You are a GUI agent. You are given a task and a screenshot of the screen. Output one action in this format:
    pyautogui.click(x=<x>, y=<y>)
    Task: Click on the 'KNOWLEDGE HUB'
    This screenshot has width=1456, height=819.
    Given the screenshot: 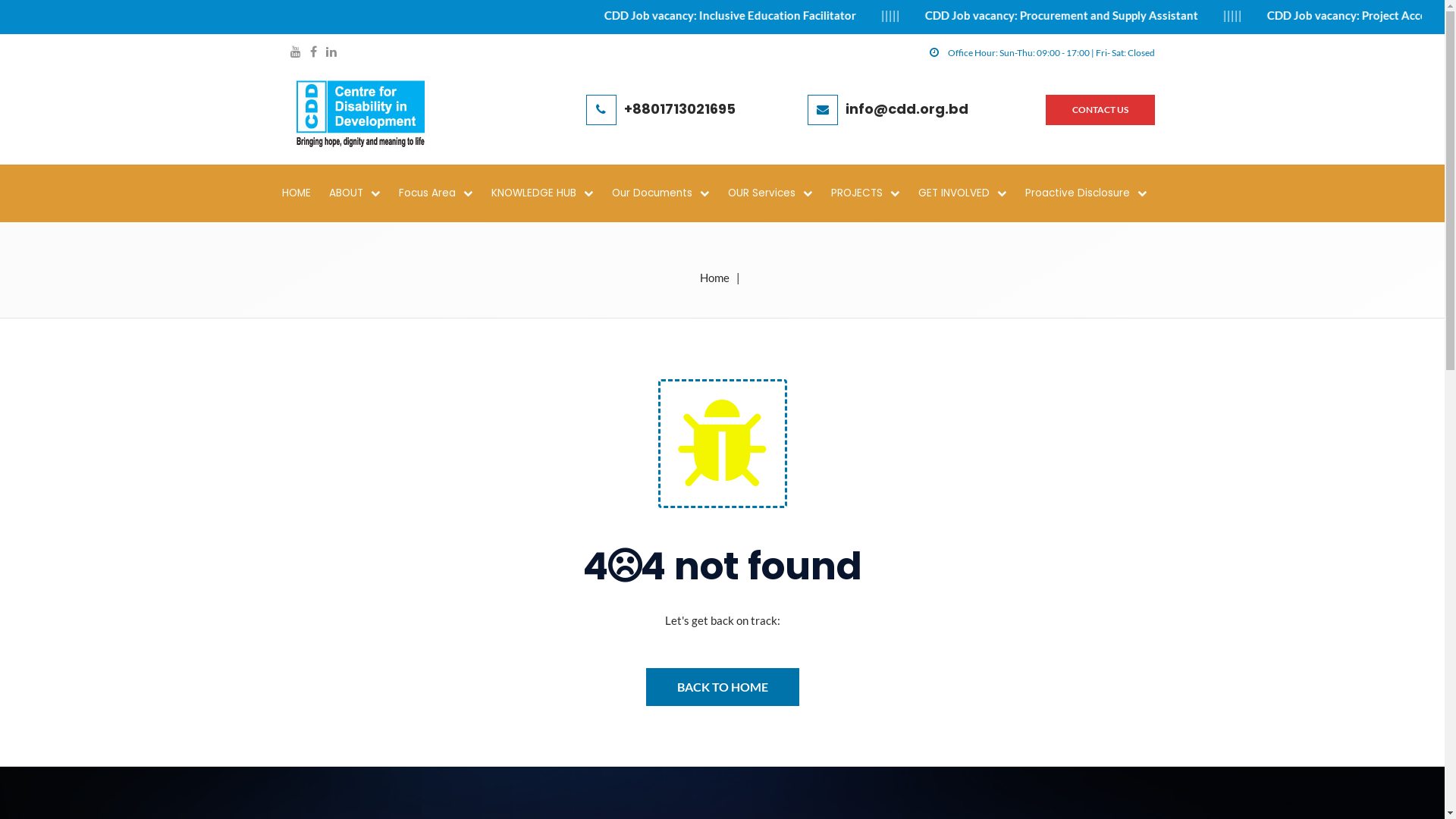 What is the action you would take?
    pyautogui.click(x=549, y=192)
    